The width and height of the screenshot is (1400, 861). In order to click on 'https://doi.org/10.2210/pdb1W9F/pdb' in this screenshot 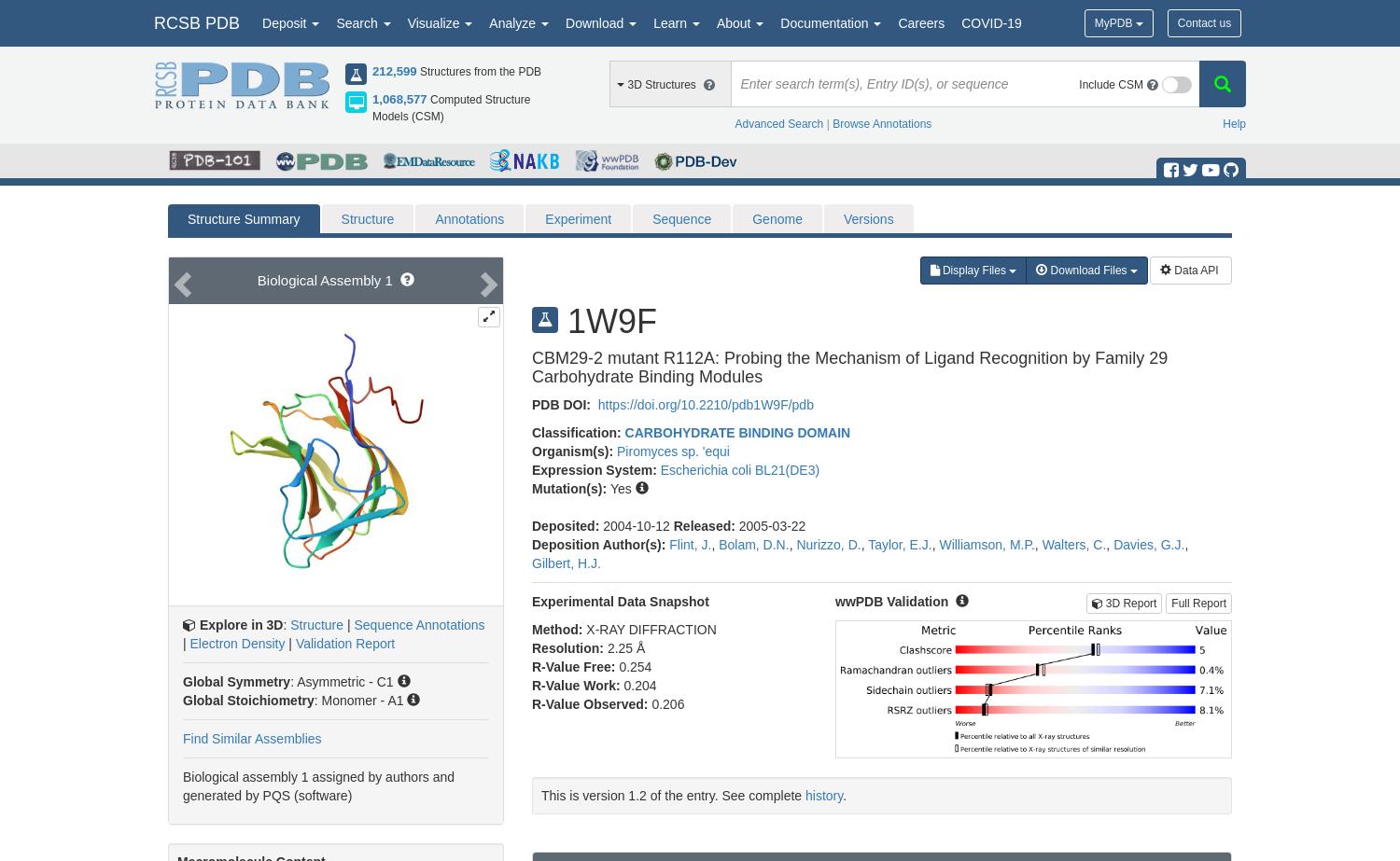, I will do `click(703, 404)`.